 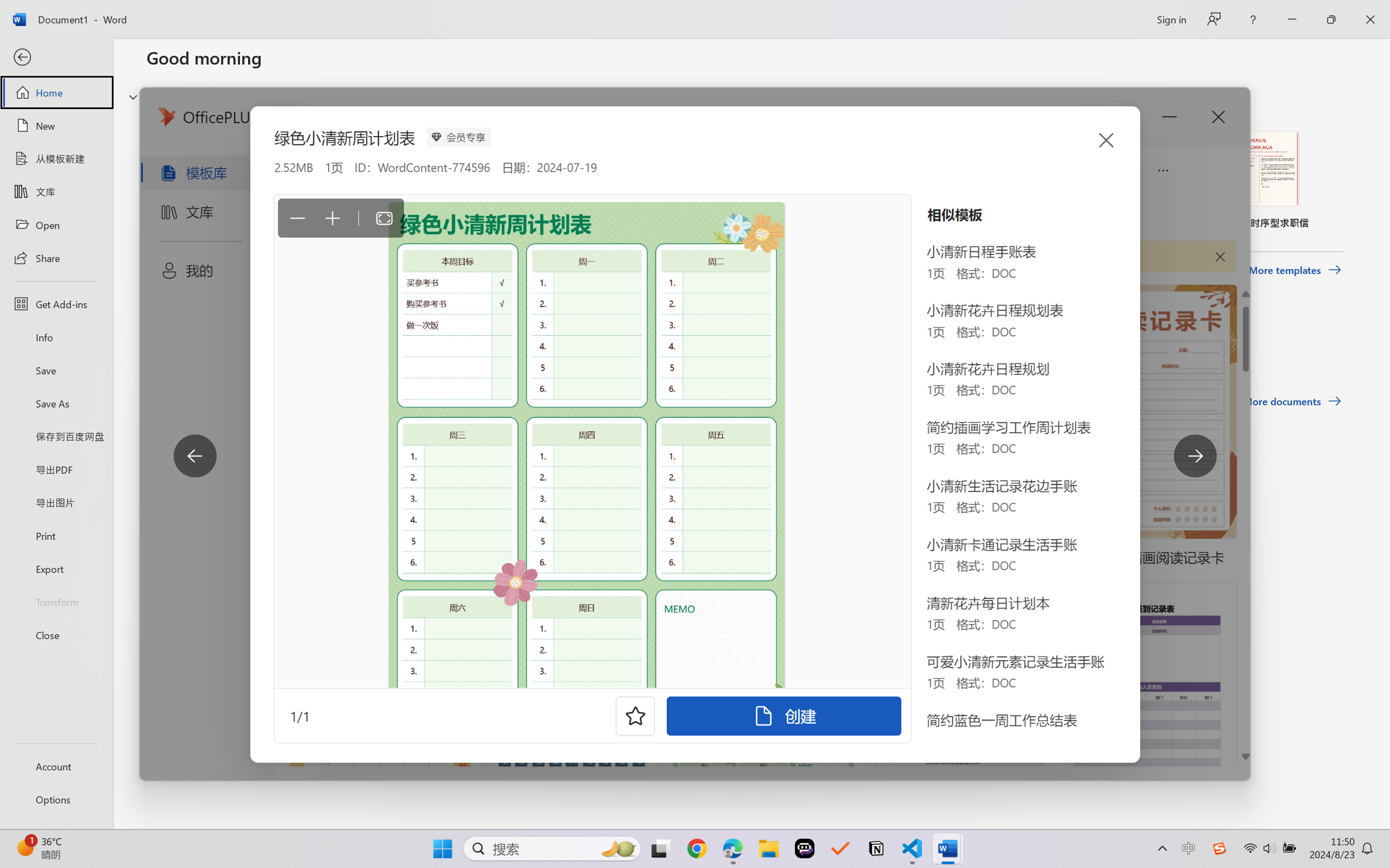 What do you see at coordinates (1292, 401) in the screenshot?
I see `'More documents'` at bounding box center [1292, 401].